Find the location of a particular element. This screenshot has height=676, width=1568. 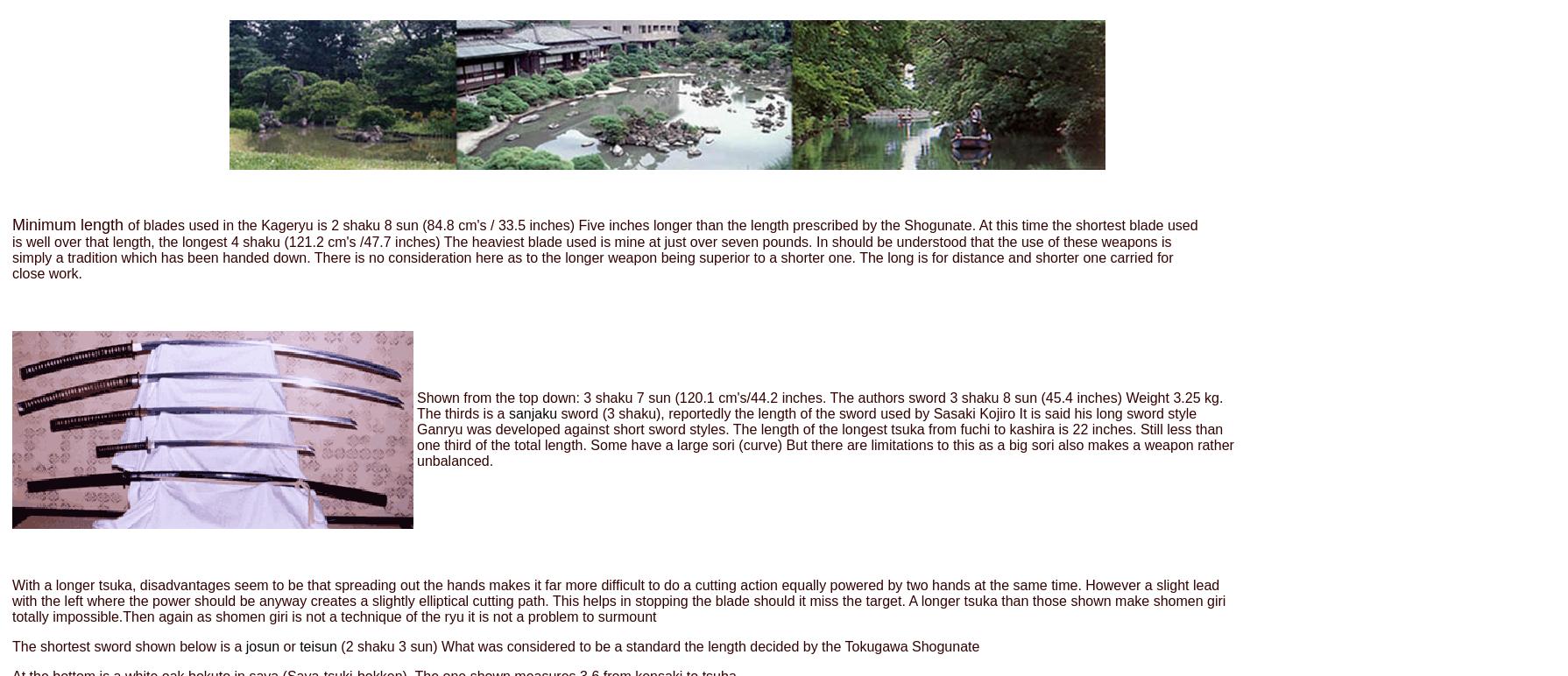

'Shown from the top down: 3 shaku 7 sun (120.1 cm's/44.2 inches. The authors sword 3 shaku 8 sun (45.4 inches) Weight 3.25 kg' is located at coordinates (817, 397).